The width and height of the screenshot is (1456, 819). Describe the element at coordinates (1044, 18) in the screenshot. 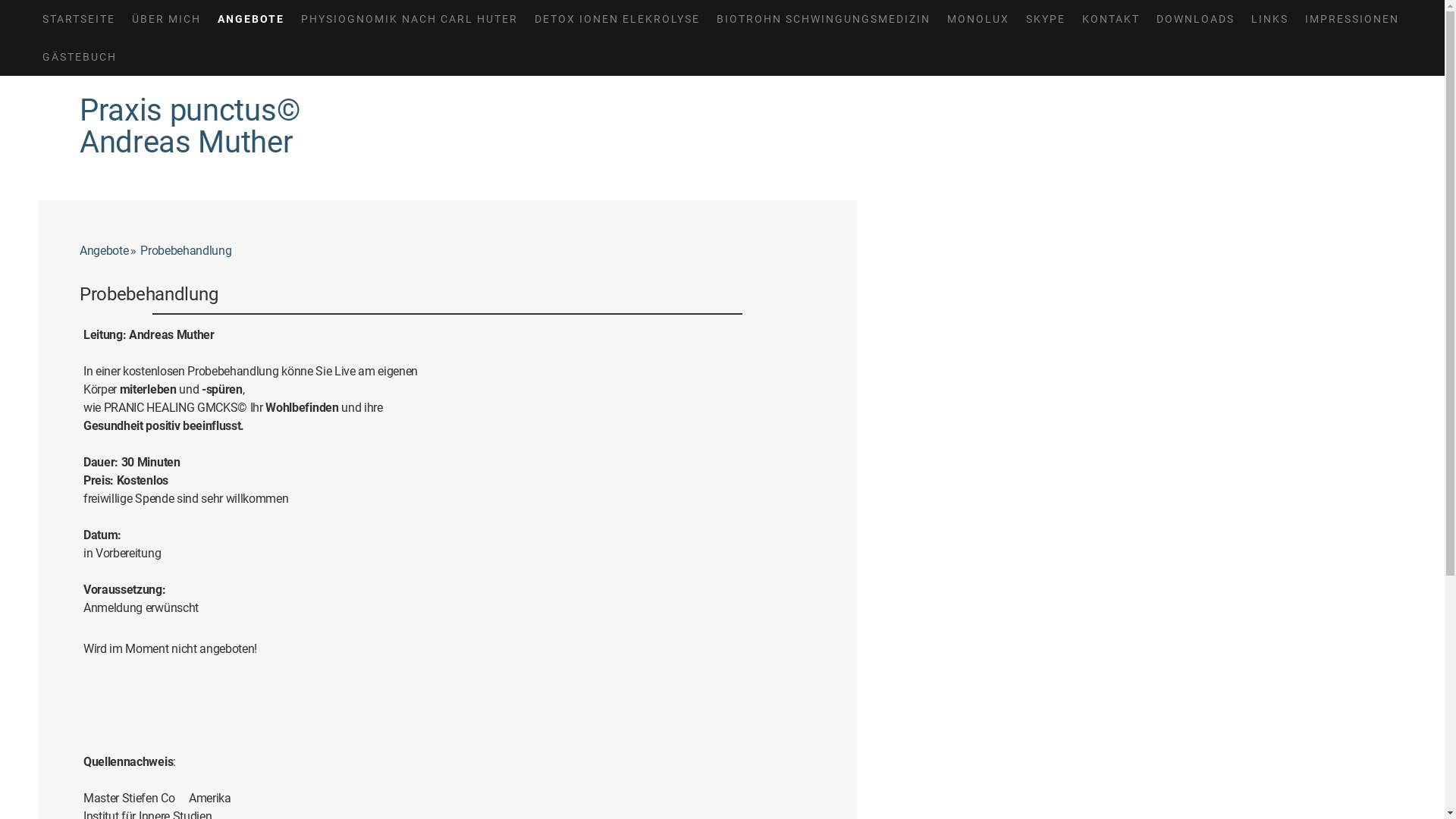

I see `'SKYPE'` at that location.